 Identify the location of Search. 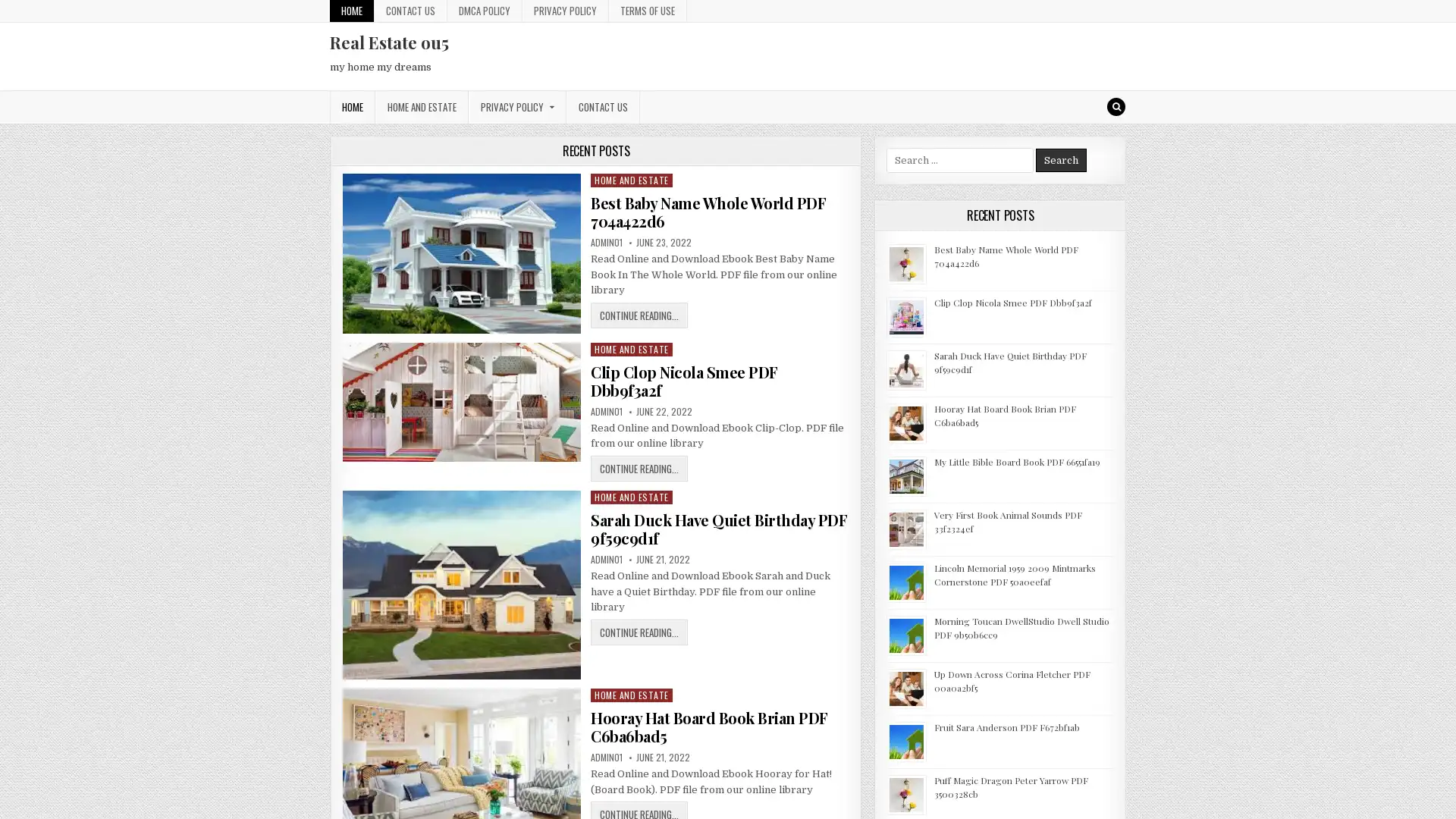
(1060, 160).